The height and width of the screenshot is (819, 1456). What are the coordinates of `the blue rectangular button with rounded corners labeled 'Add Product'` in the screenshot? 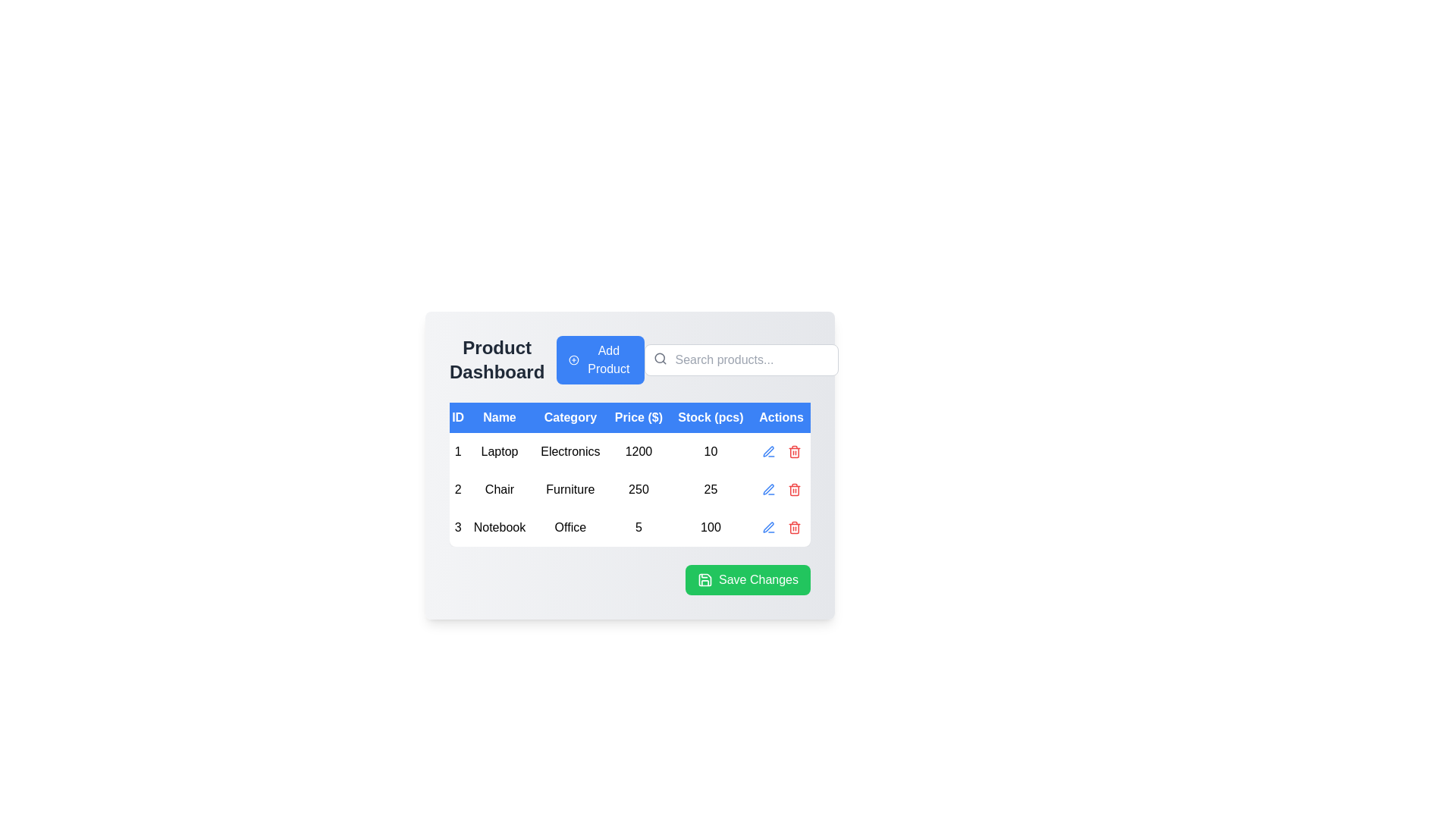 It's located at (629, 359).